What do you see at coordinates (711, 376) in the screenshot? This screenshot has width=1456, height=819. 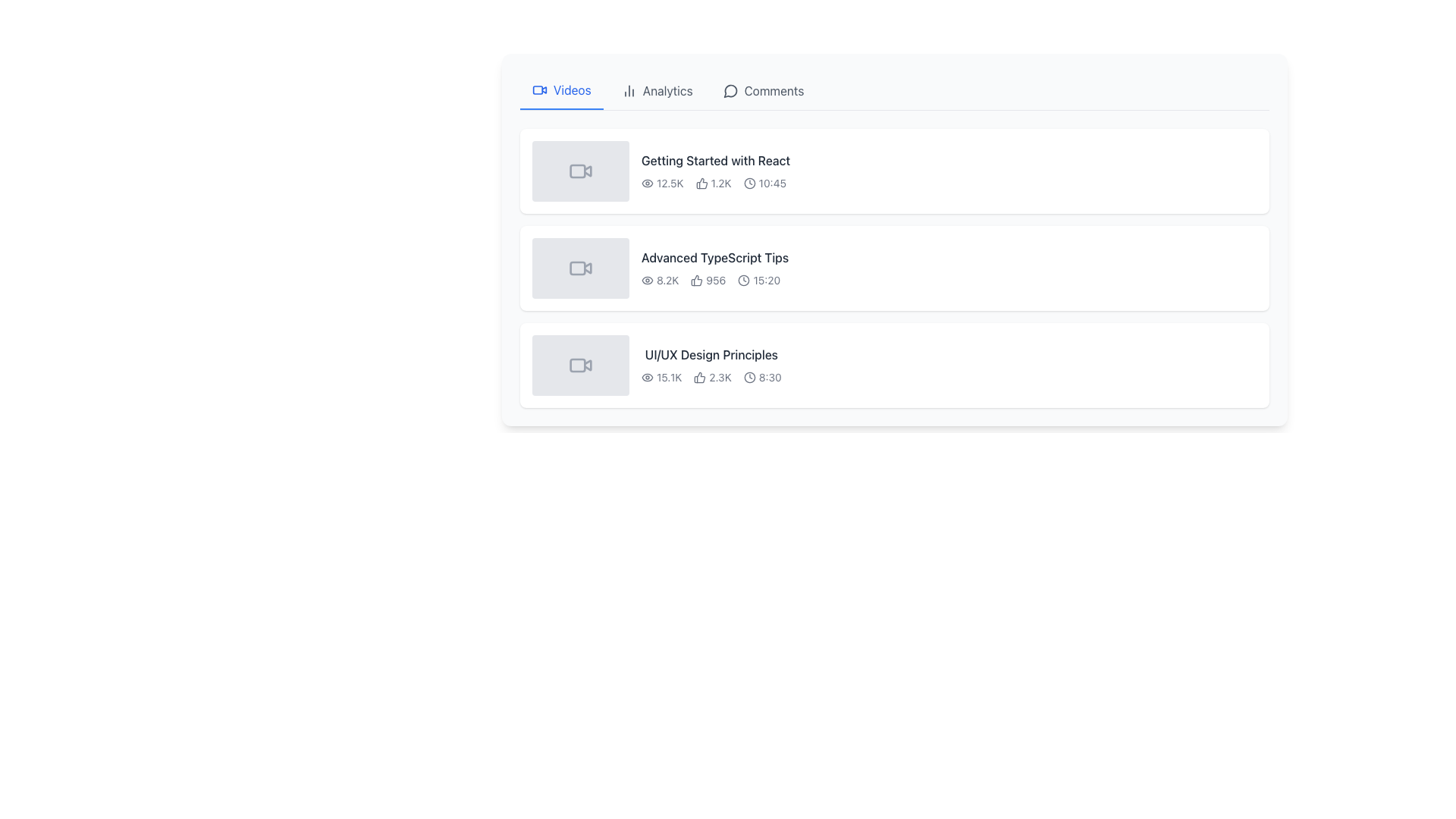 I see `the Text and Icon Group displaying the view count, like count, and duration below the title 'UI/UX Design Principles'` at bounding box center [711, 376].